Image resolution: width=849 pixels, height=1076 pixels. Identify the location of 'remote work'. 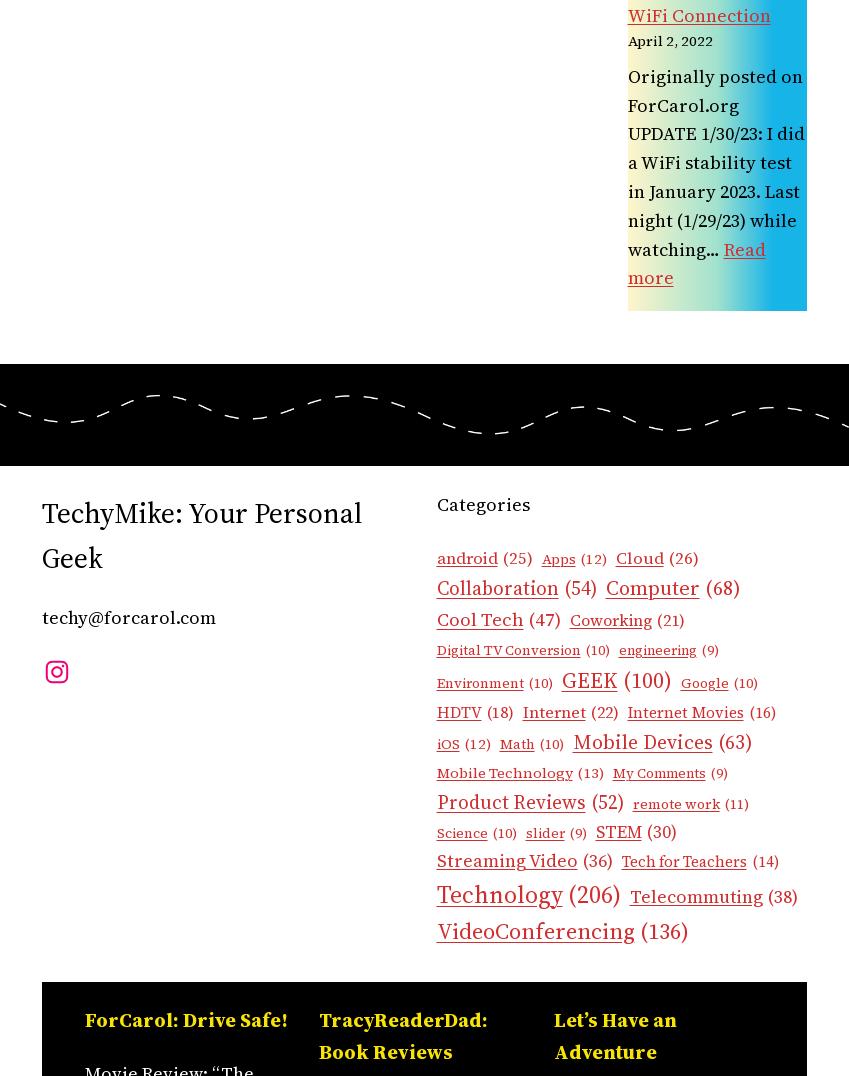
(674, 804).